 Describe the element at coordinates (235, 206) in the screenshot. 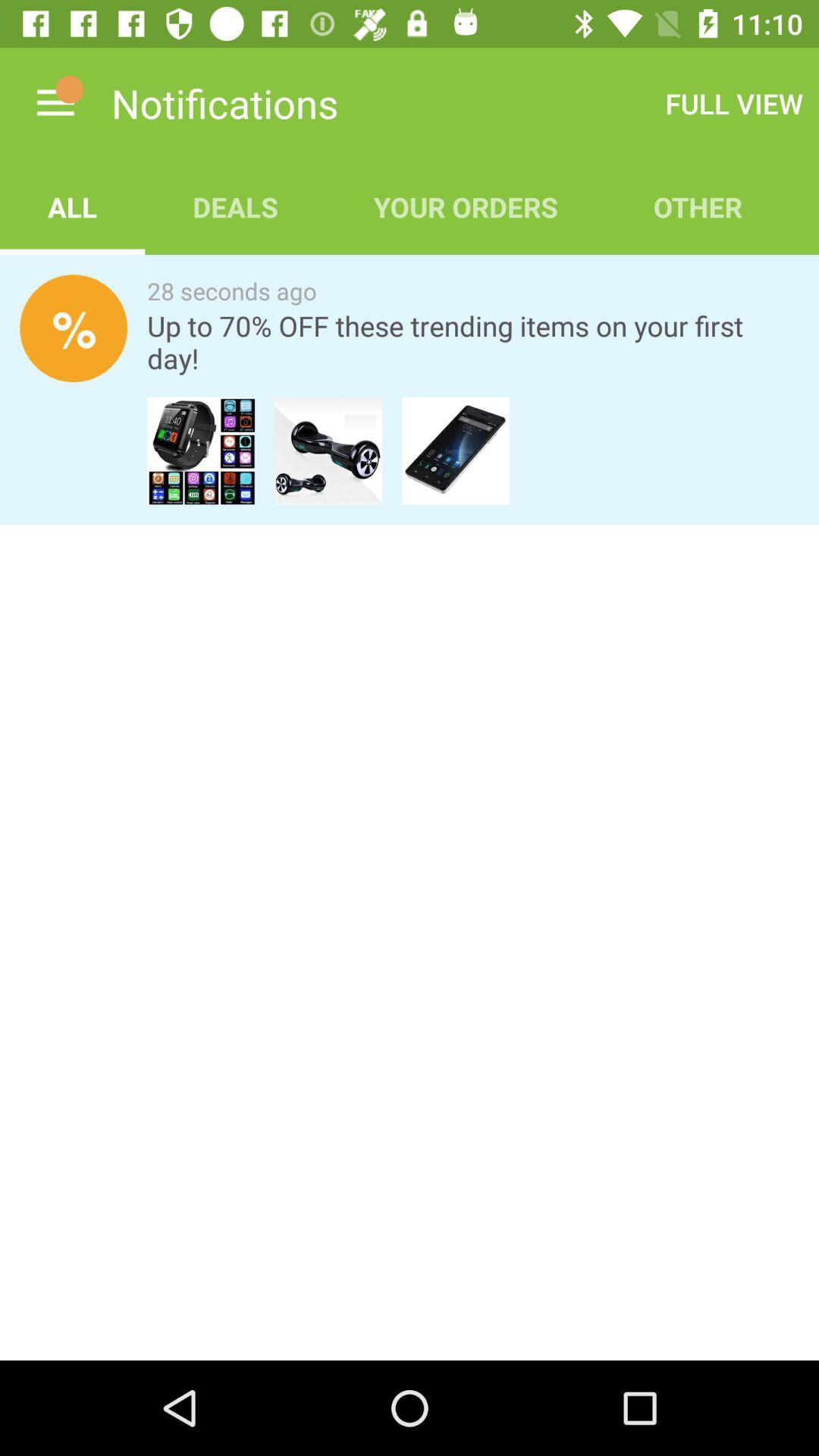

I see `the icon below the notifications icon` at that location.